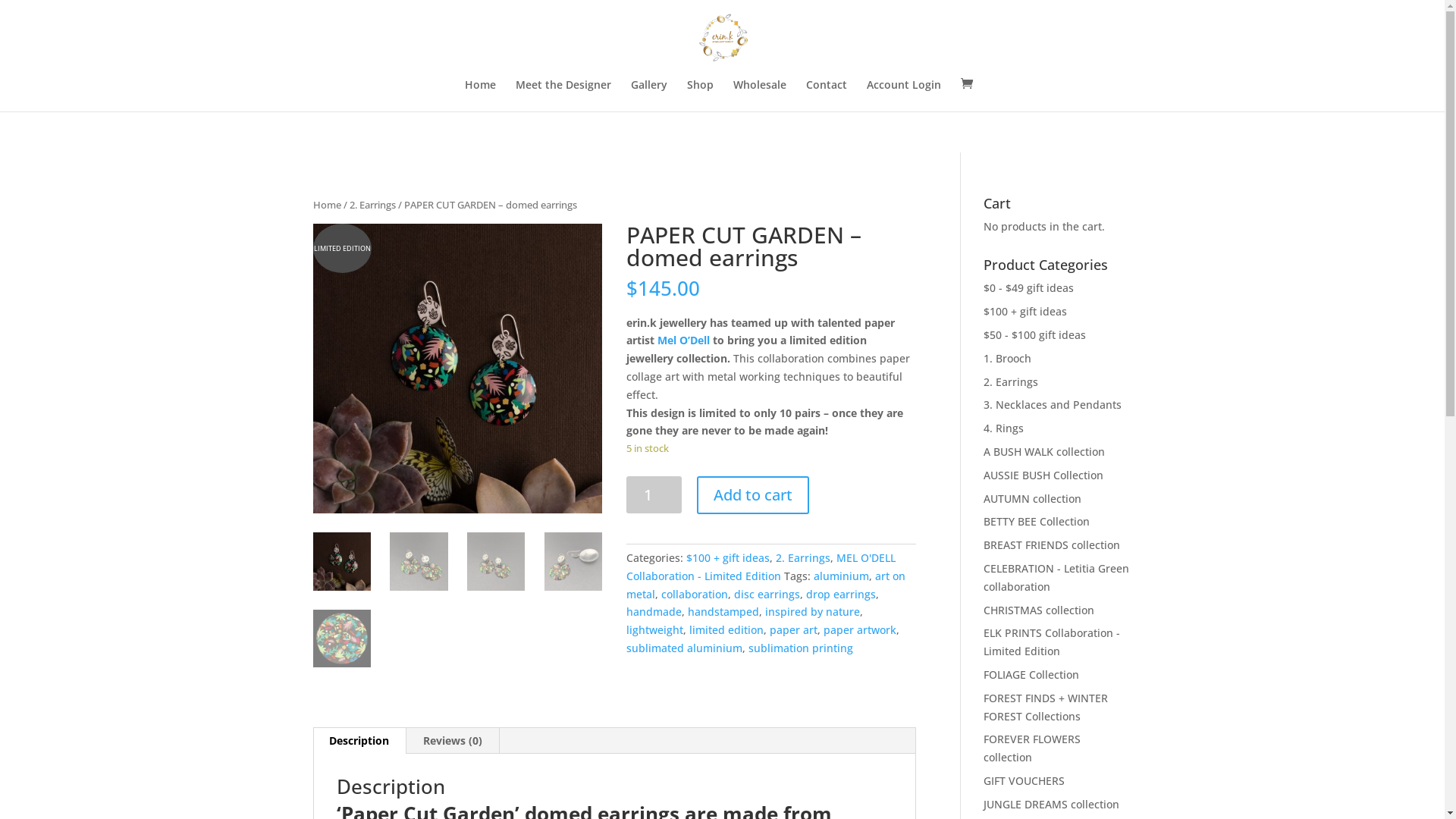  Describe the element at coordinates (626, 610) in the screenshot. I see `'handmade'` at that location.